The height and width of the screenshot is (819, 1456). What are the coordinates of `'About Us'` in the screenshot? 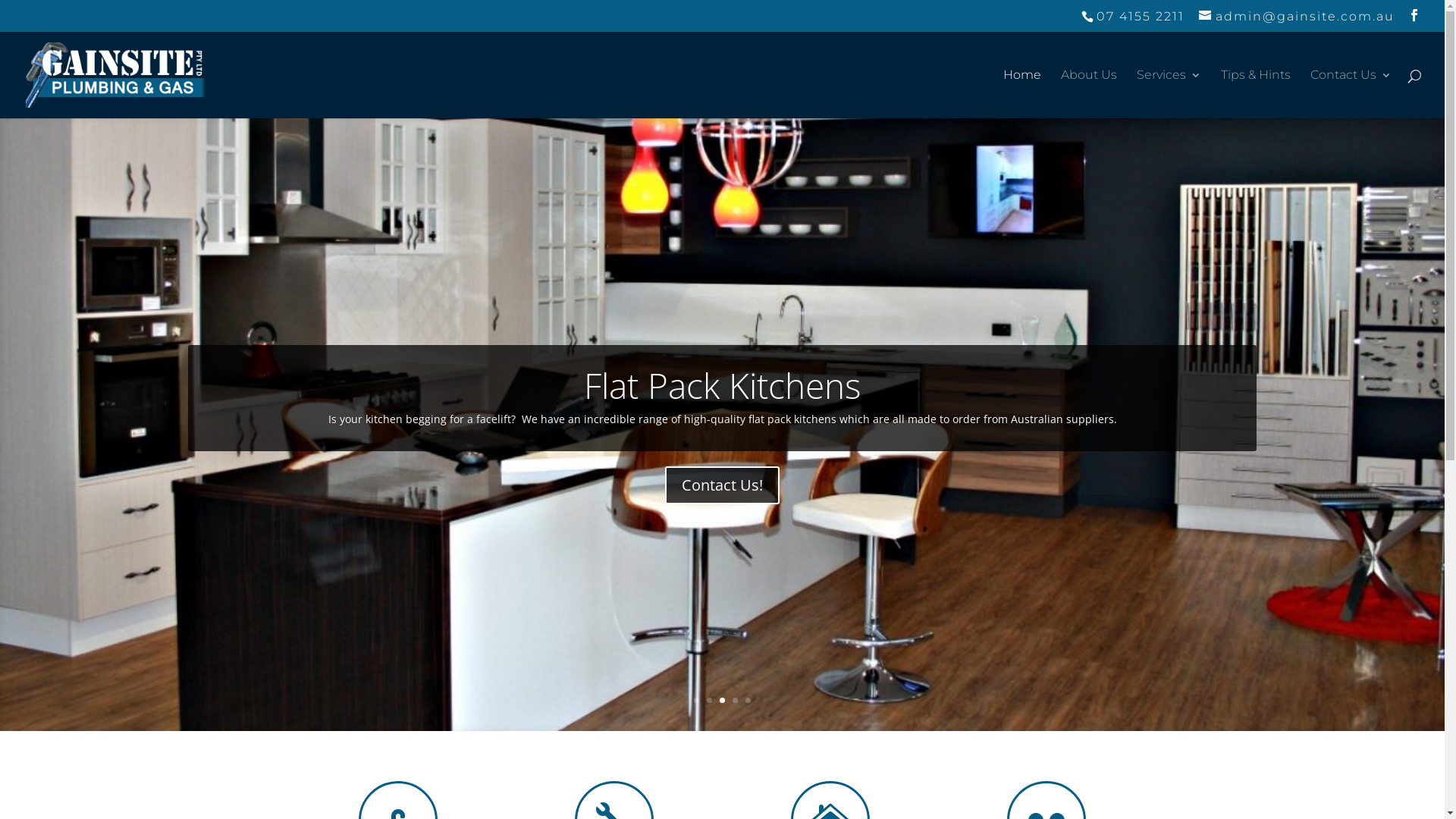 It's located at (1087, 93).